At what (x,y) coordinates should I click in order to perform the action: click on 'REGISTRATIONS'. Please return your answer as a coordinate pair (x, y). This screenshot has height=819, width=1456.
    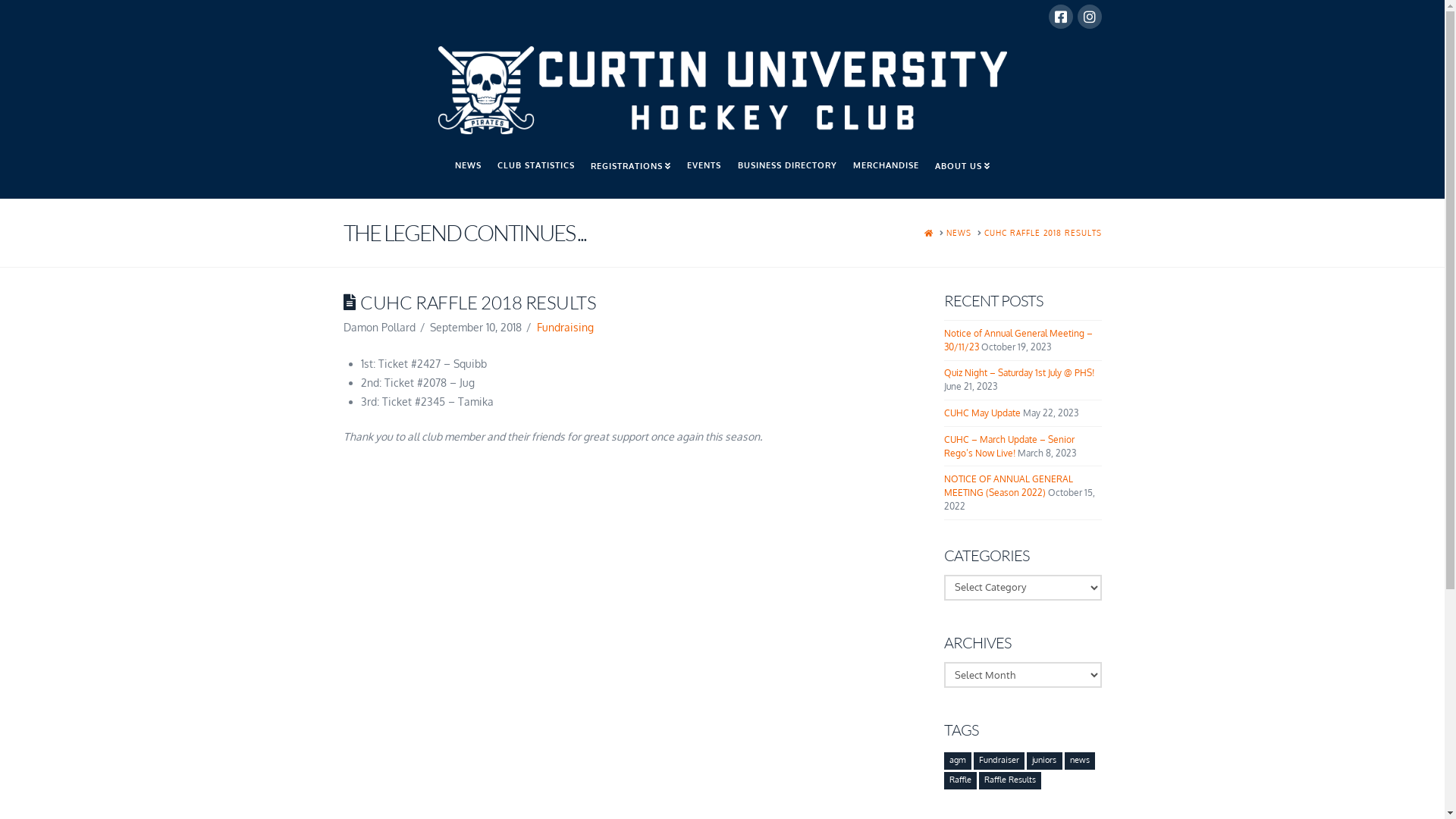
    Looking at the image, I should click on (582, 171).